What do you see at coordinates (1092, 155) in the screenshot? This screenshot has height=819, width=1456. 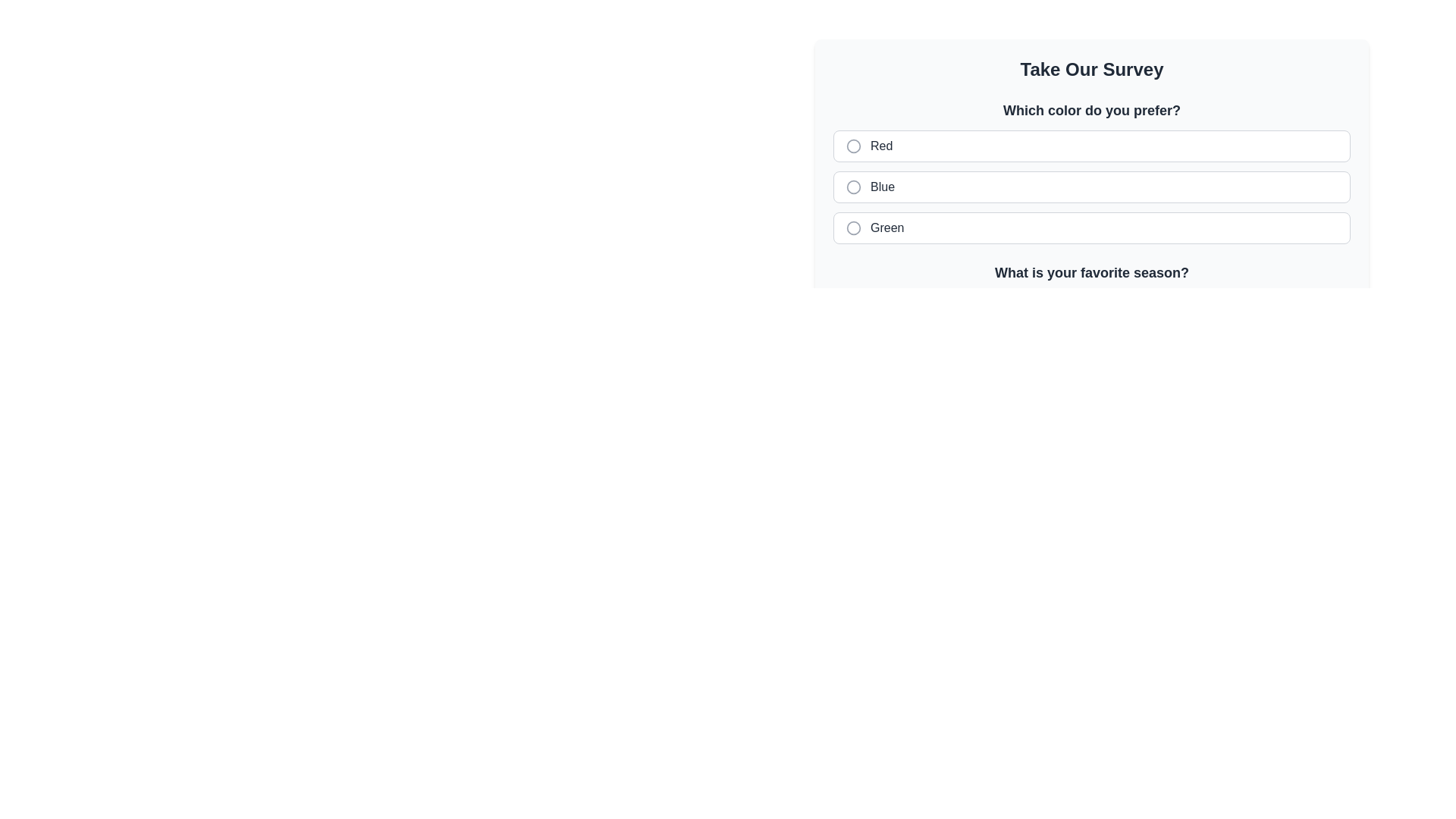 I see `the options in the interactive survey form` at bounding box center [1092, 155].